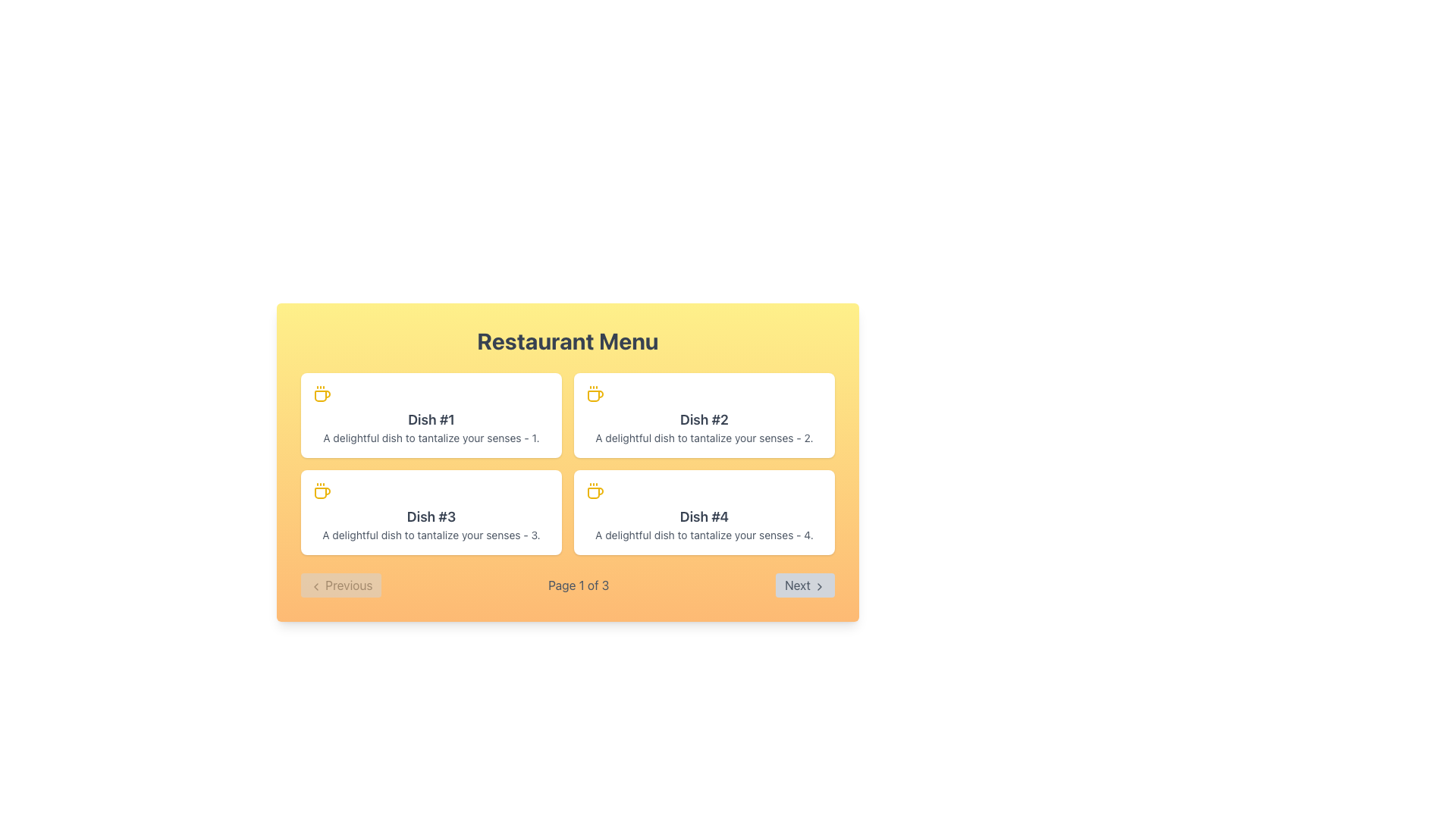  I want to click on the coffee cup icon with a yellow outline located in the top-left corner of the 'Dish #4' card, so click(595, 491).